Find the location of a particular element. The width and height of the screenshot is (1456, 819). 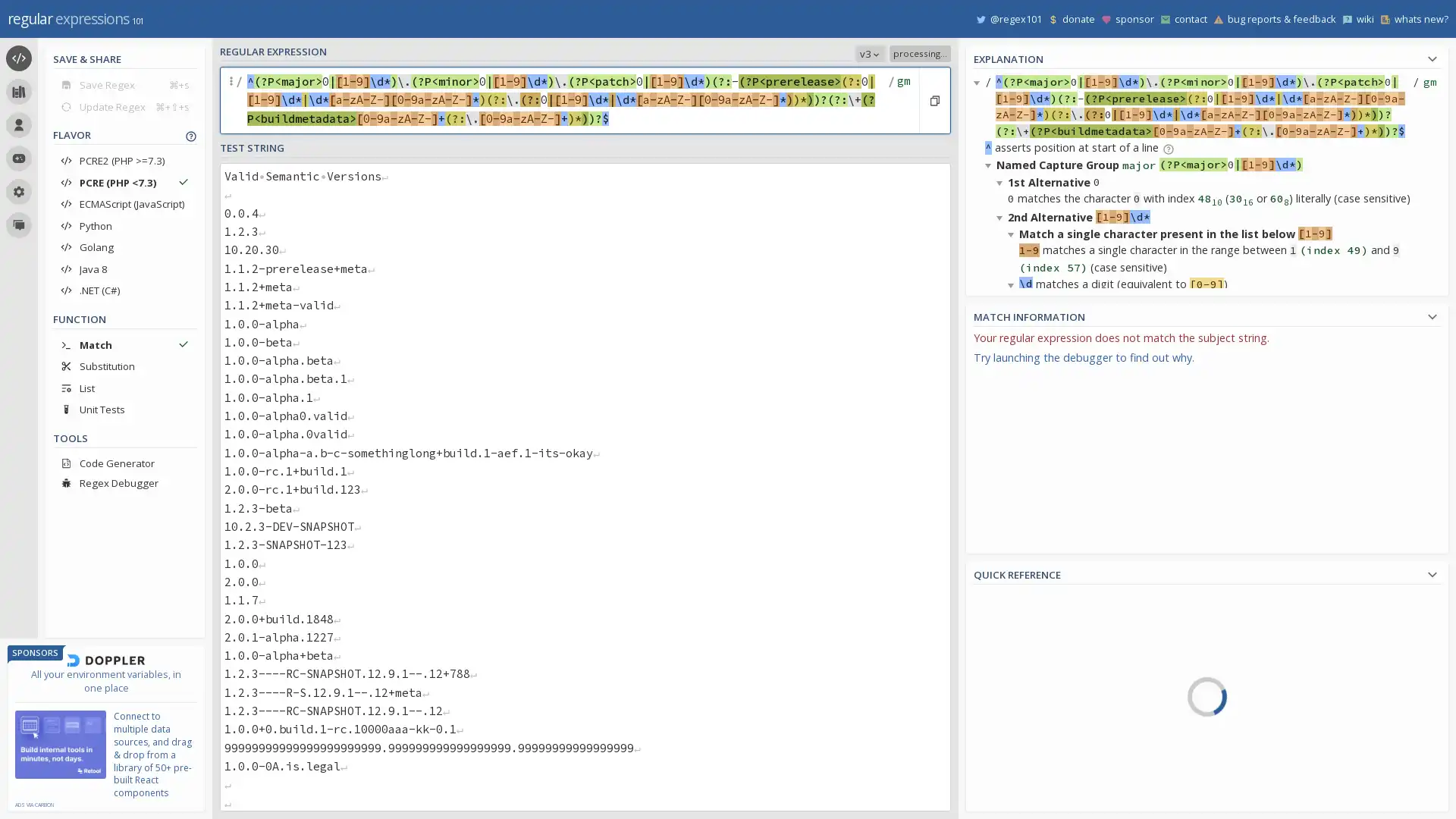

Save Regex +s is located at coordinates (124, 84).